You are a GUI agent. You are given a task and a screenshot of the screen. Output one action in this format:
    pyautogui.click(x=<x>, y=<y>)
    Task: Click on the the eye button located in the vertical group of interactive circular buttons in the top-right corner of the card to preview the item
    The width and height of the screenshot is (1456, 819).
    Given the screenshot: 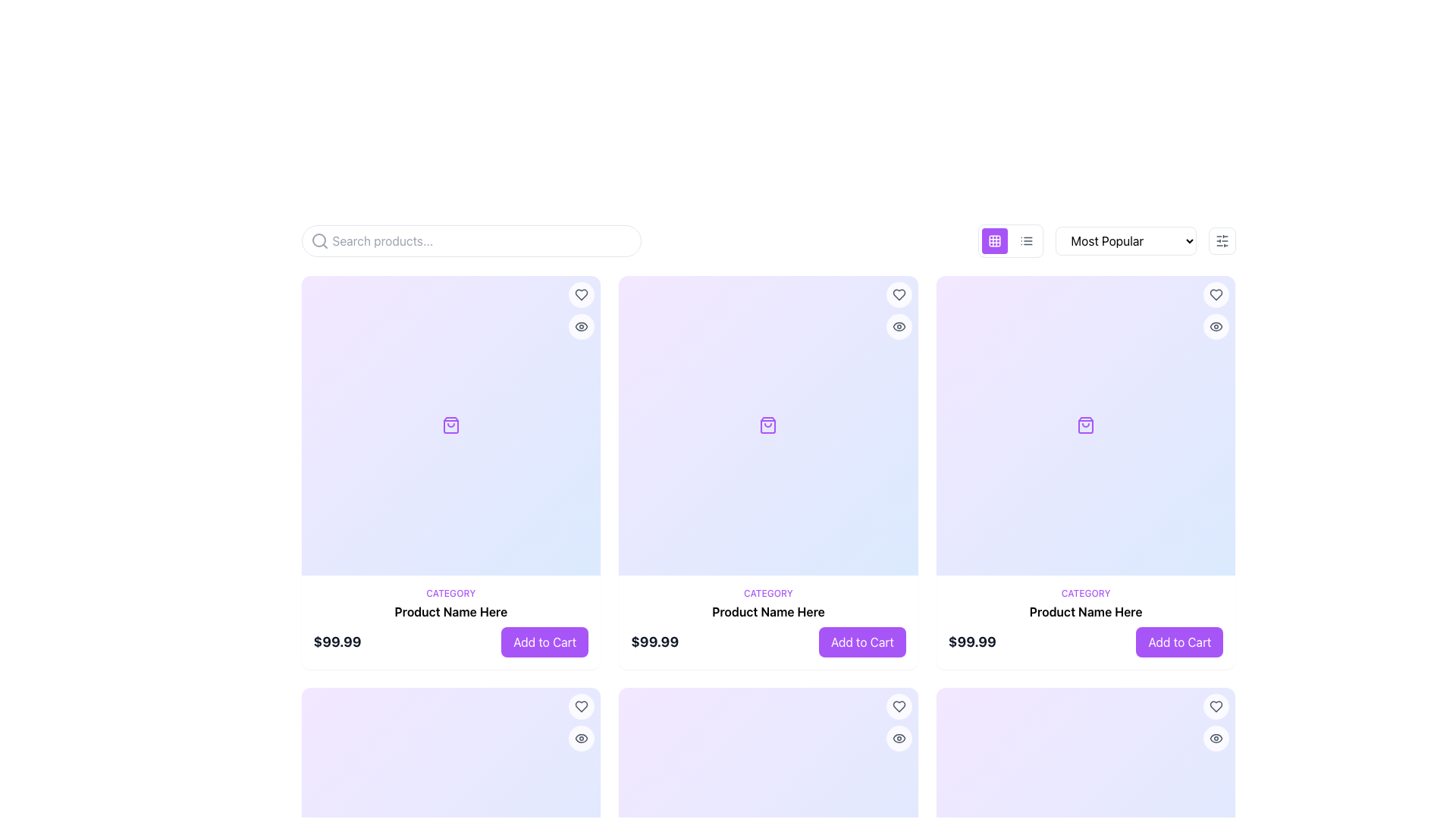 What is the action you would take?
    pyautogui.click(x=1216, y=309)
    